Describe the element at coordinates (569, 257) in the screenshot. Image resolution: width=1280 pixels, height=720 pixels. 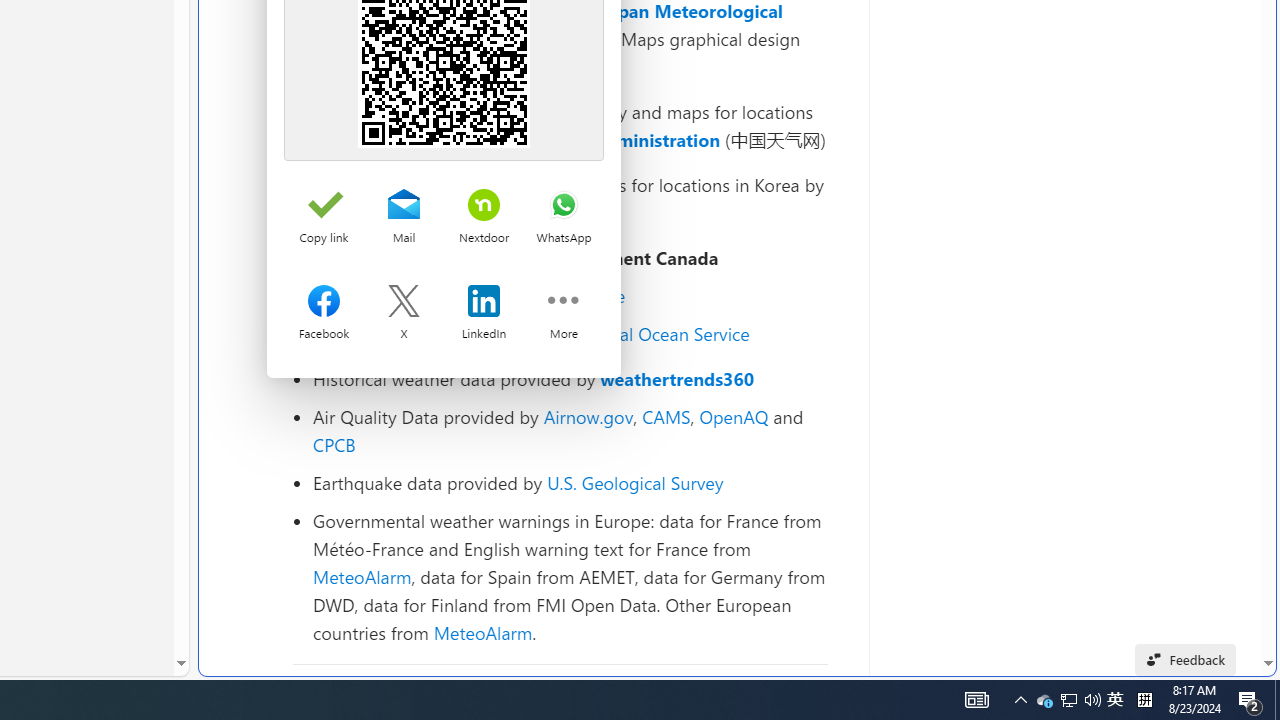
I see `'Canadian radar map data by Environment Canada'` at that location.